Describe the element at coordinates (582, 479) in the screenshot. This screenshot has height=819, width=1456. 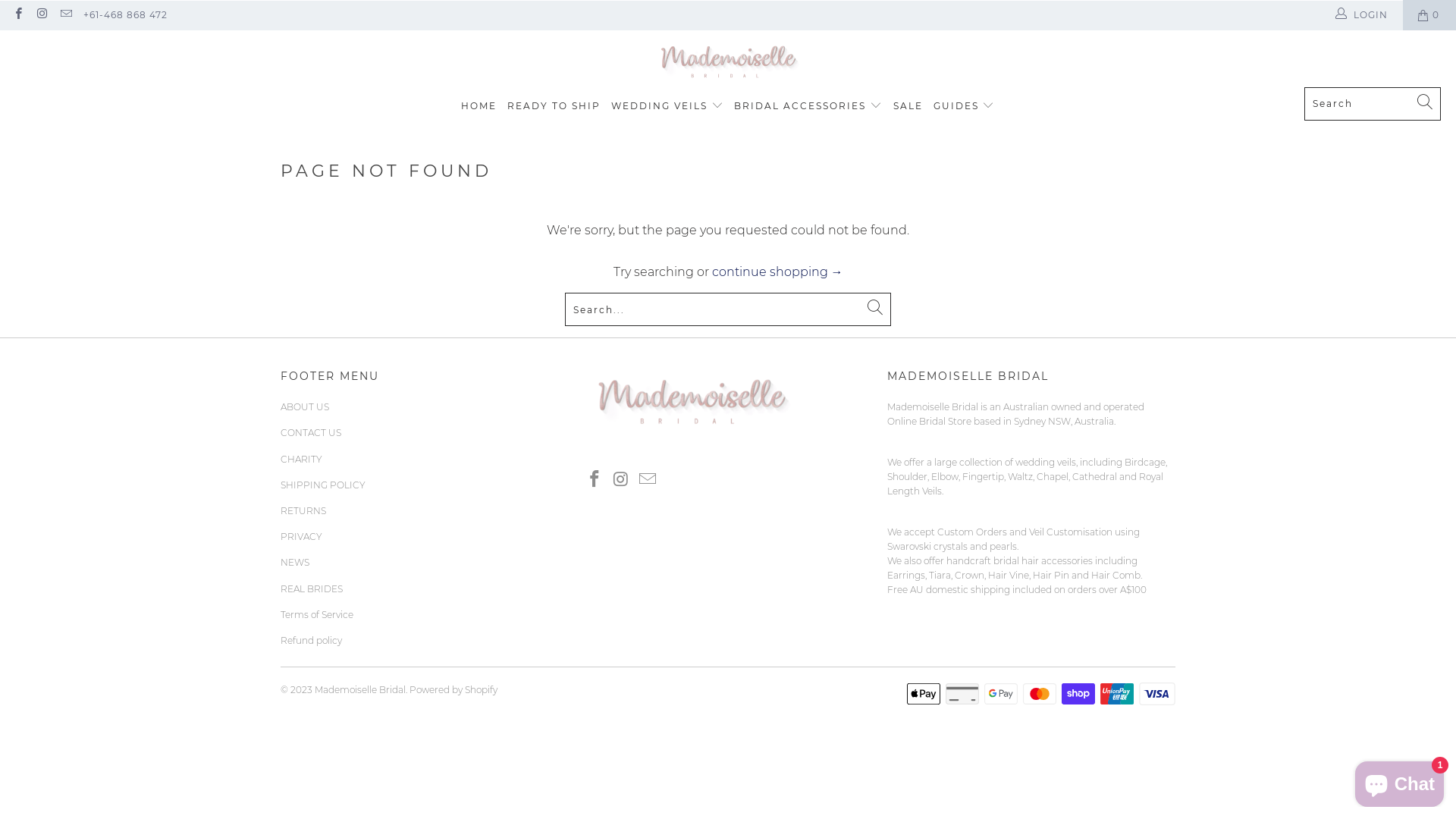
I see `'Mademoiselle Bridal on Facebook'` at that location.